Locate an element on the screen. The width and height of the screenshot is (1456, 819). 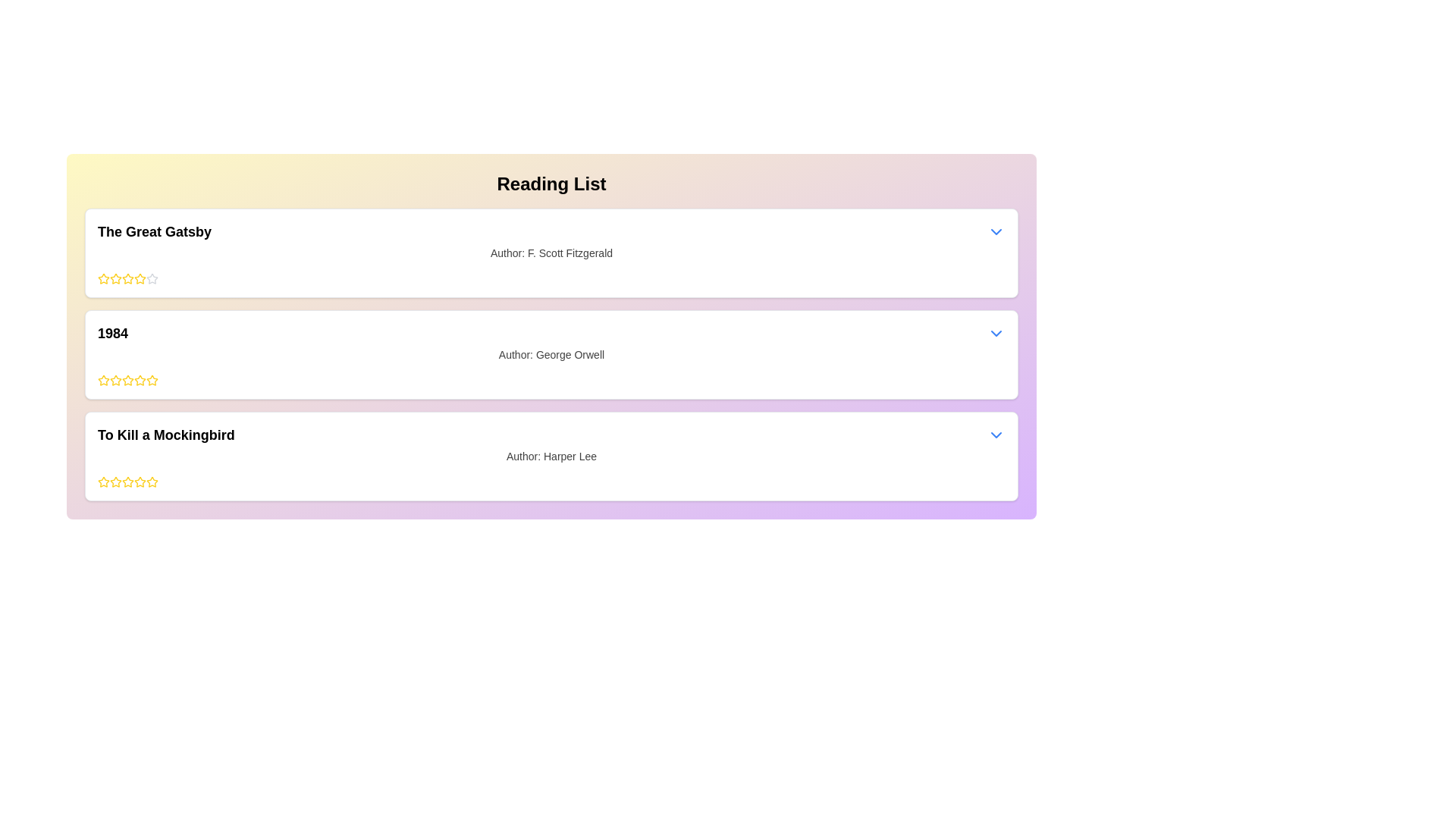
the dropdown toggle button located to the far right of the section for the book titled 'To Kill a Mockingbird' is located at coordinates (996, 435).